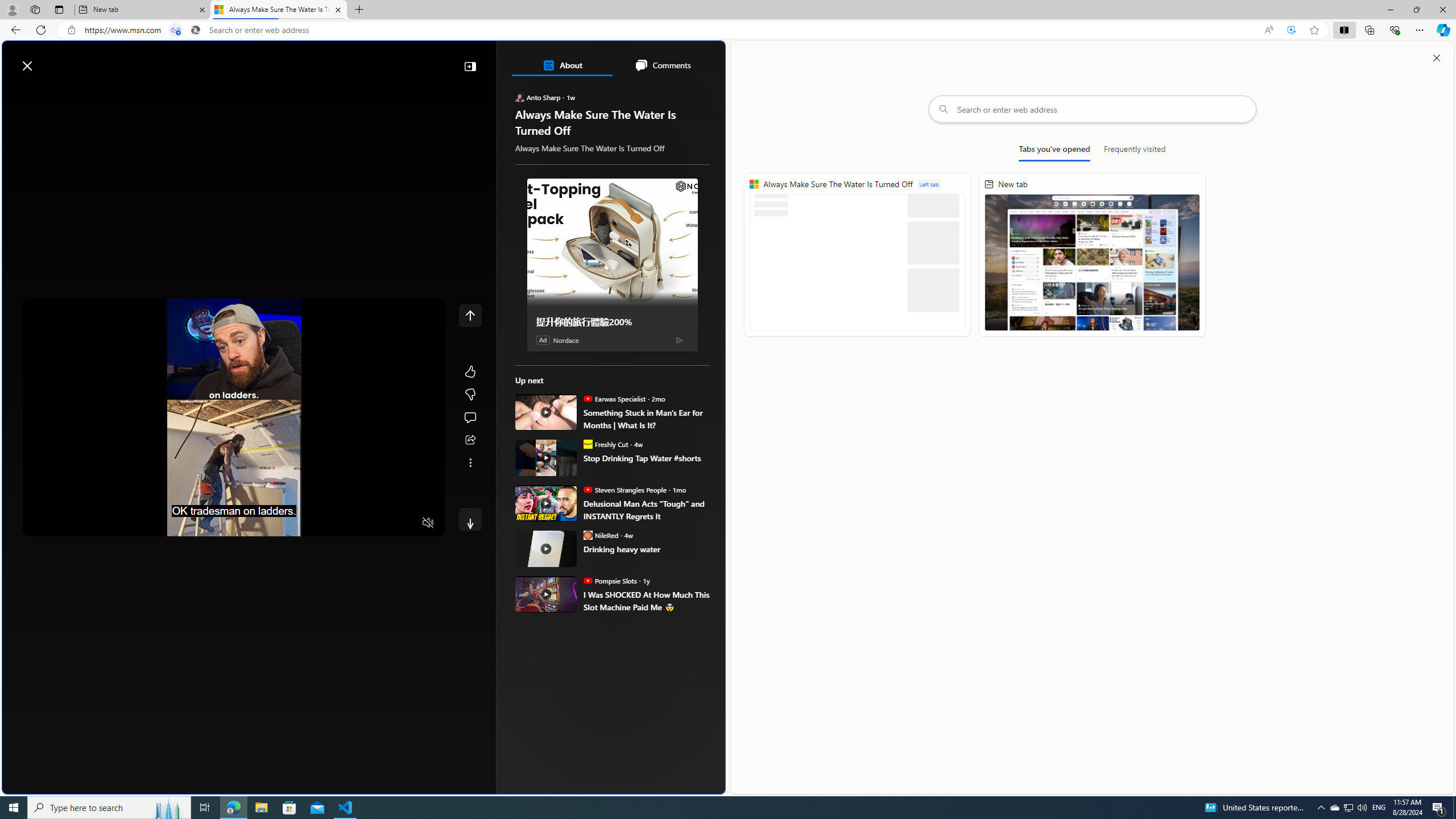  Describe the element at coordinates (1419, 29) in the screenshot. I see `'Settings and more (Alt+F)'` at that location.